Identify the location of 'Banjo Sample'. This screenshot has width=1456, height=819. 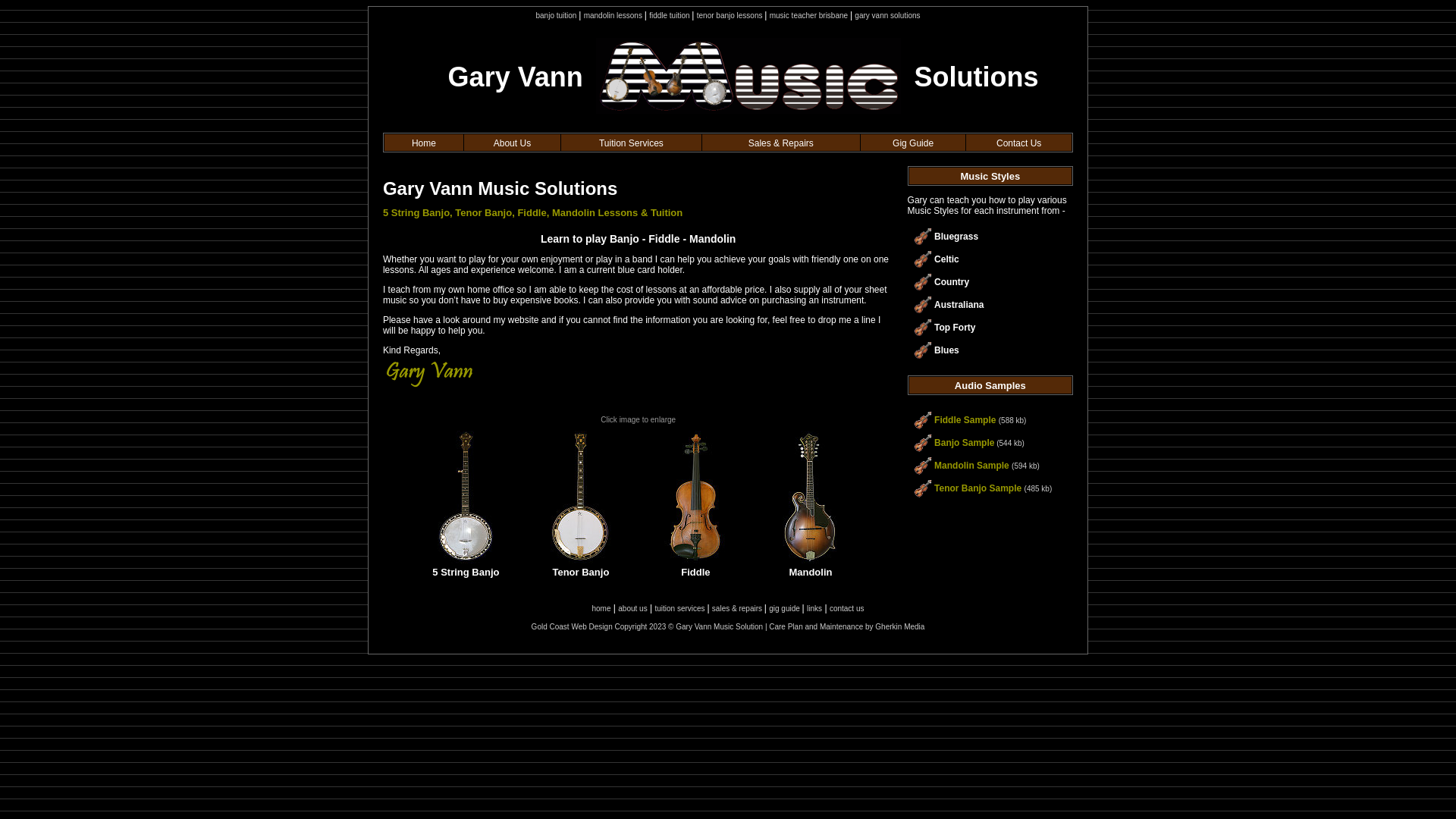
(963, 441).